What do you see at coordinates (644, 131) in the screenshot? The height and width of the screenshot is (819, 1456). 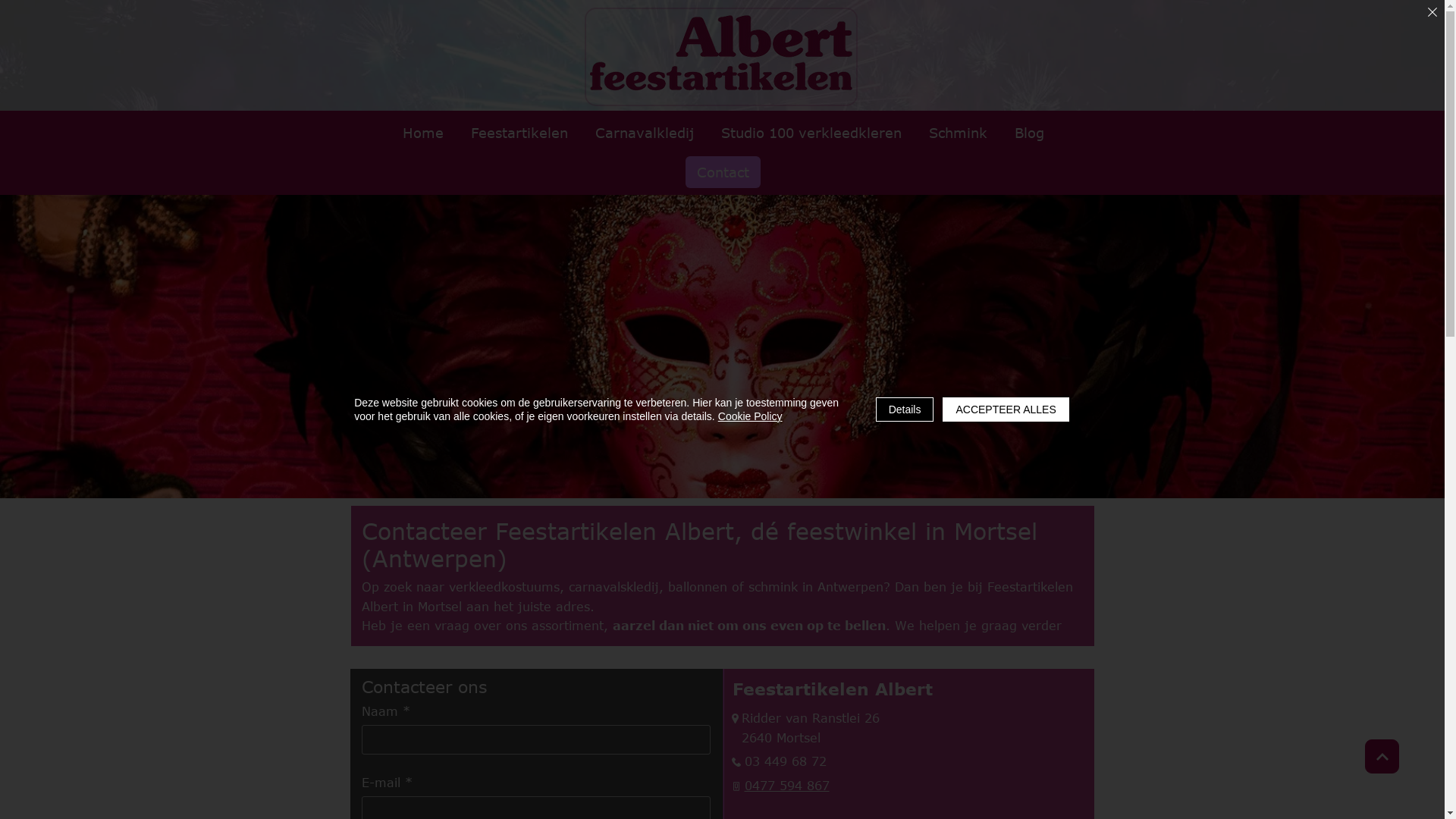 I see `'Carnavalkledij'` at bounding box center [644, 131].